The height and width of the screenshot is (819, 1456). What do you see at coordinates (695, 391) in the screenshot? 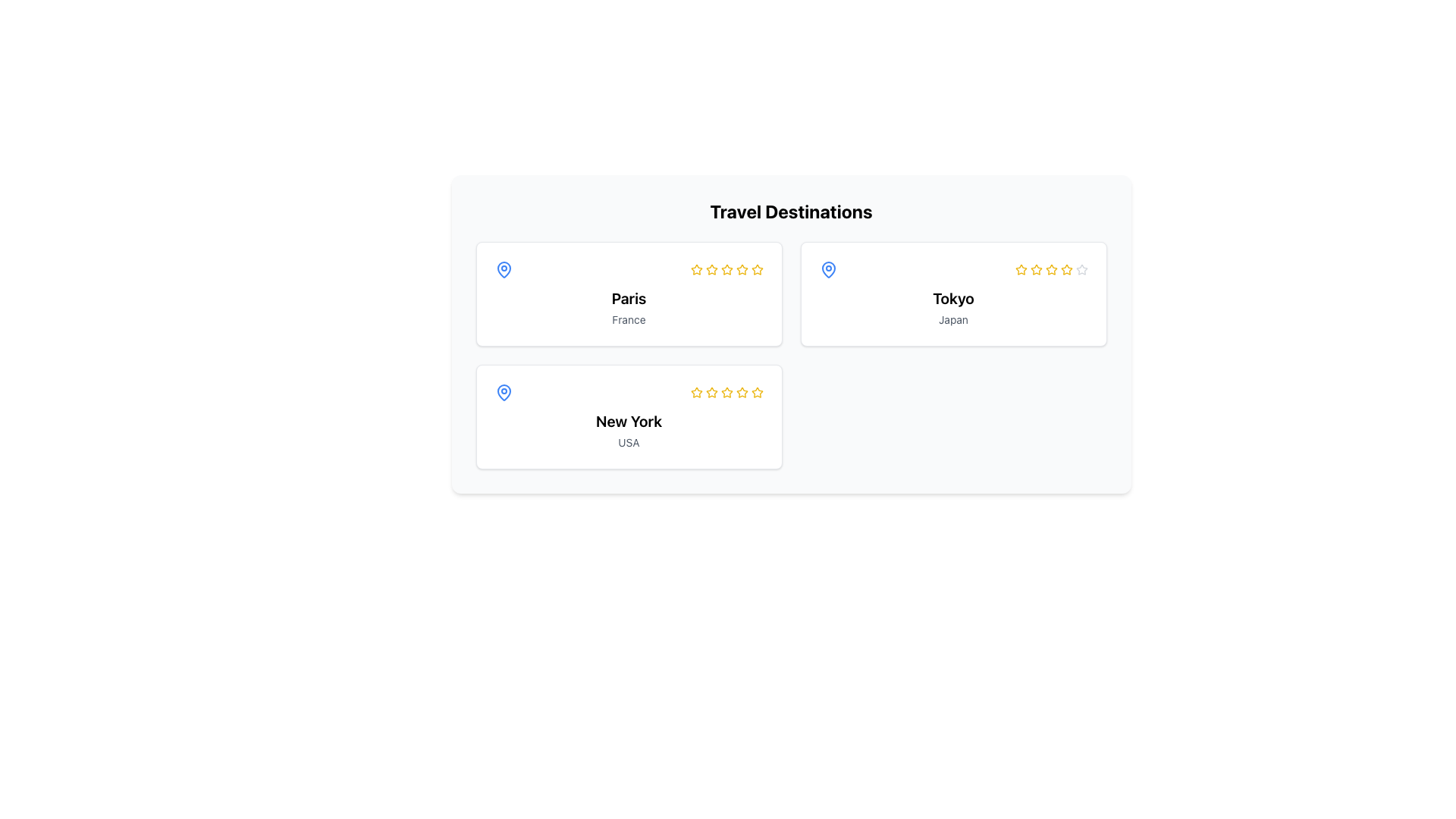
I see `the second star icon in the 'New York' card to rate it, which is styled in yellow to indicate an active state` at bounding box center [695, 391].